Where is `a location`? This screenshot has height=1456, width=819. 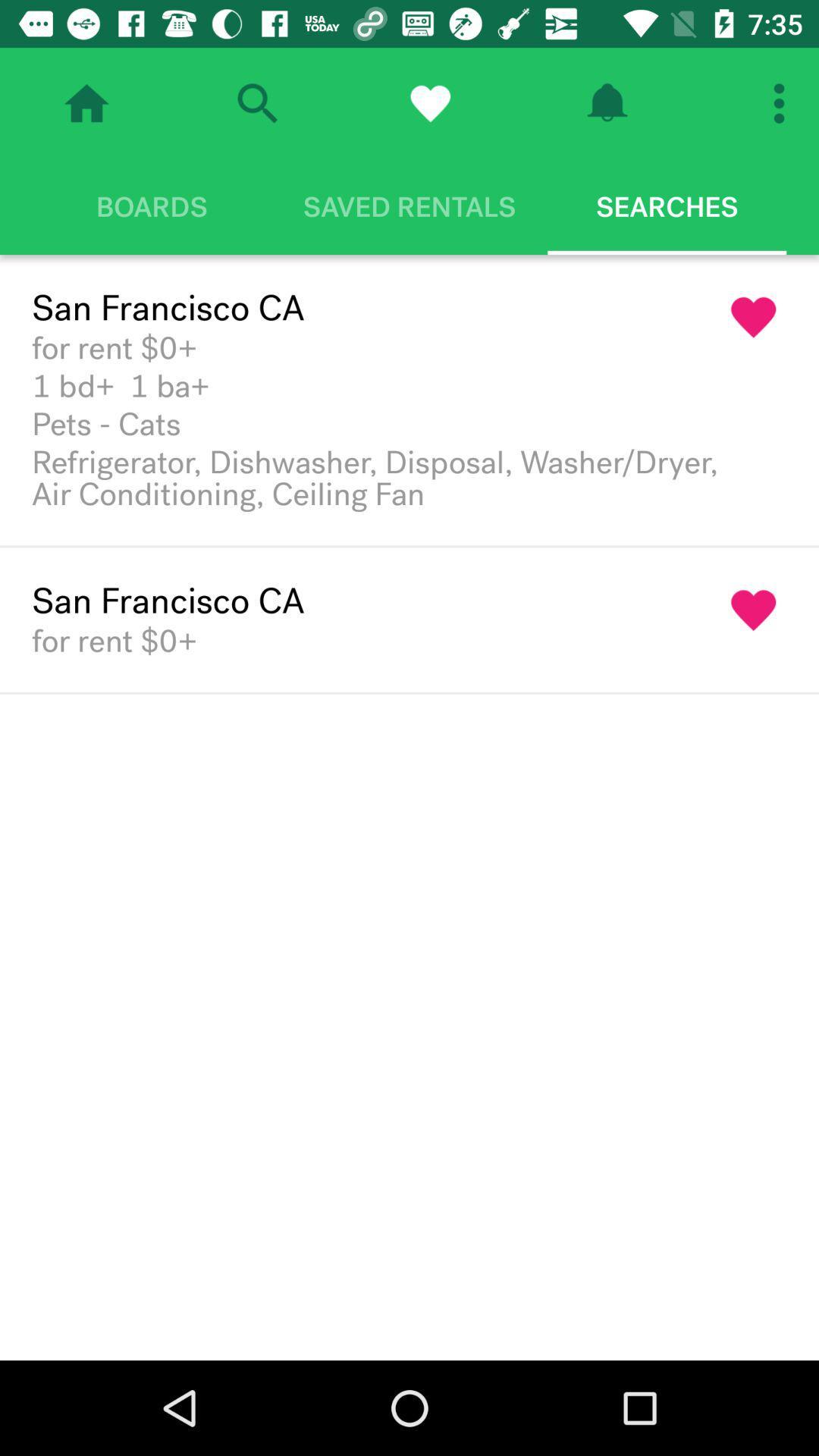 a location is located at coordinates (754, 610).